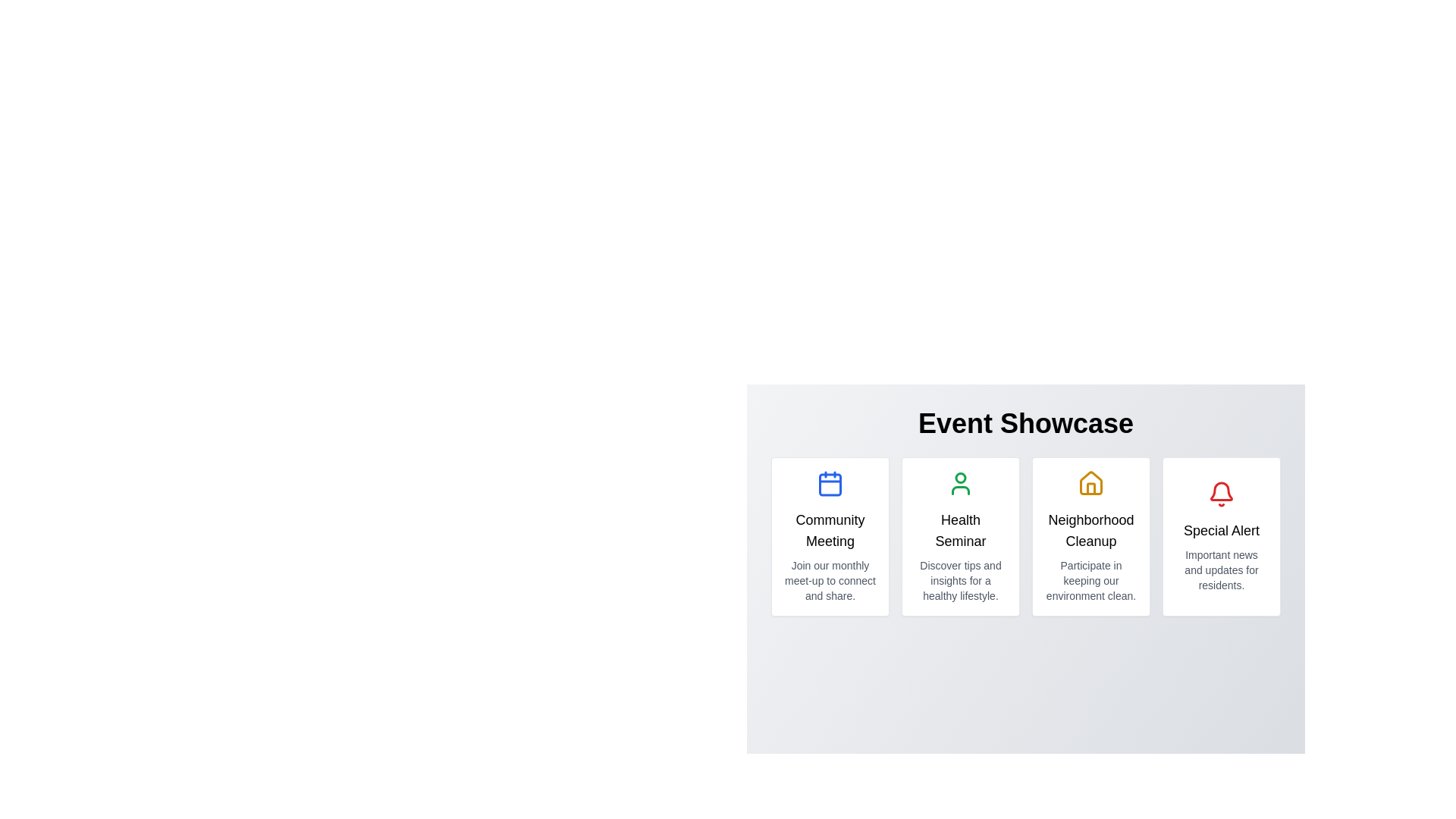  I want to click on text of the prominently displayed label that reads 'Event Showcase', which is styled with a large, bold font and is centered above the grid of event cards, so click(1026, 424).